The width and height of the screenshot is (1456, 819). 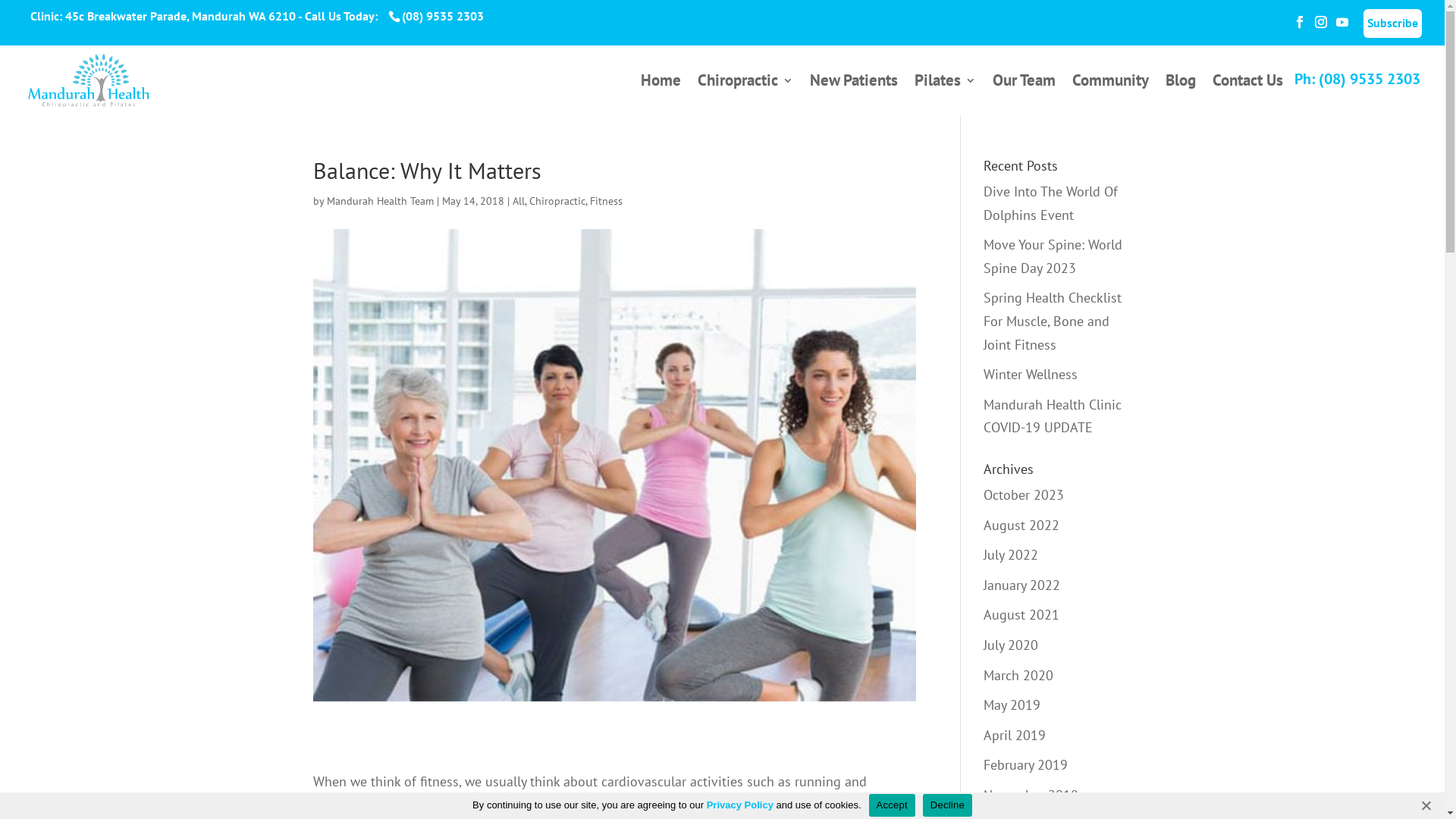 I want to click on 'Blog', so click(x=1179, y=95).